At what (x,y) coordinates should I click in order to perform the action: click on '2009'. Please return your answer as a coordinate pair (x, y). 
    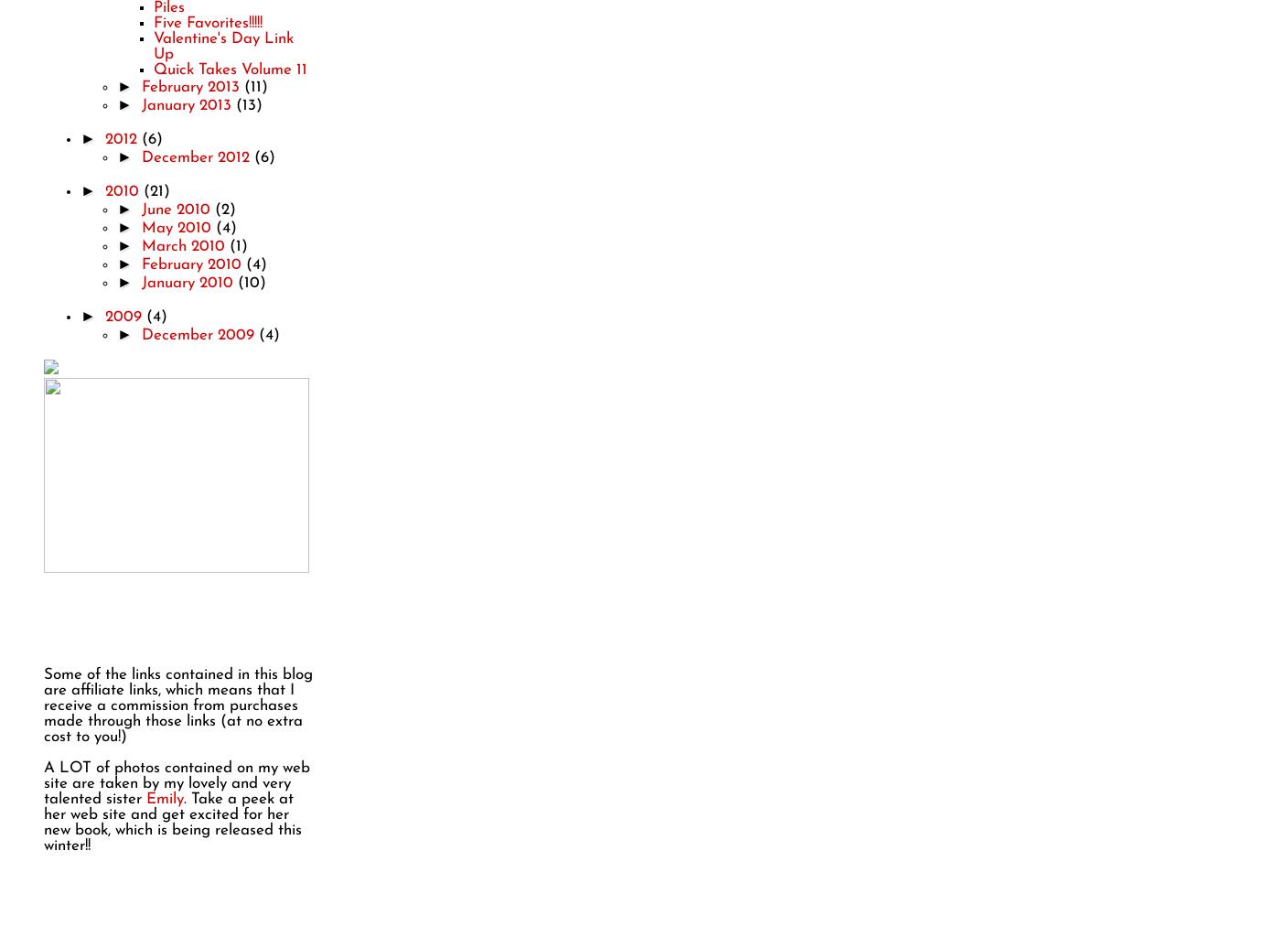
    Looking at the image, I should click on (124, 315).